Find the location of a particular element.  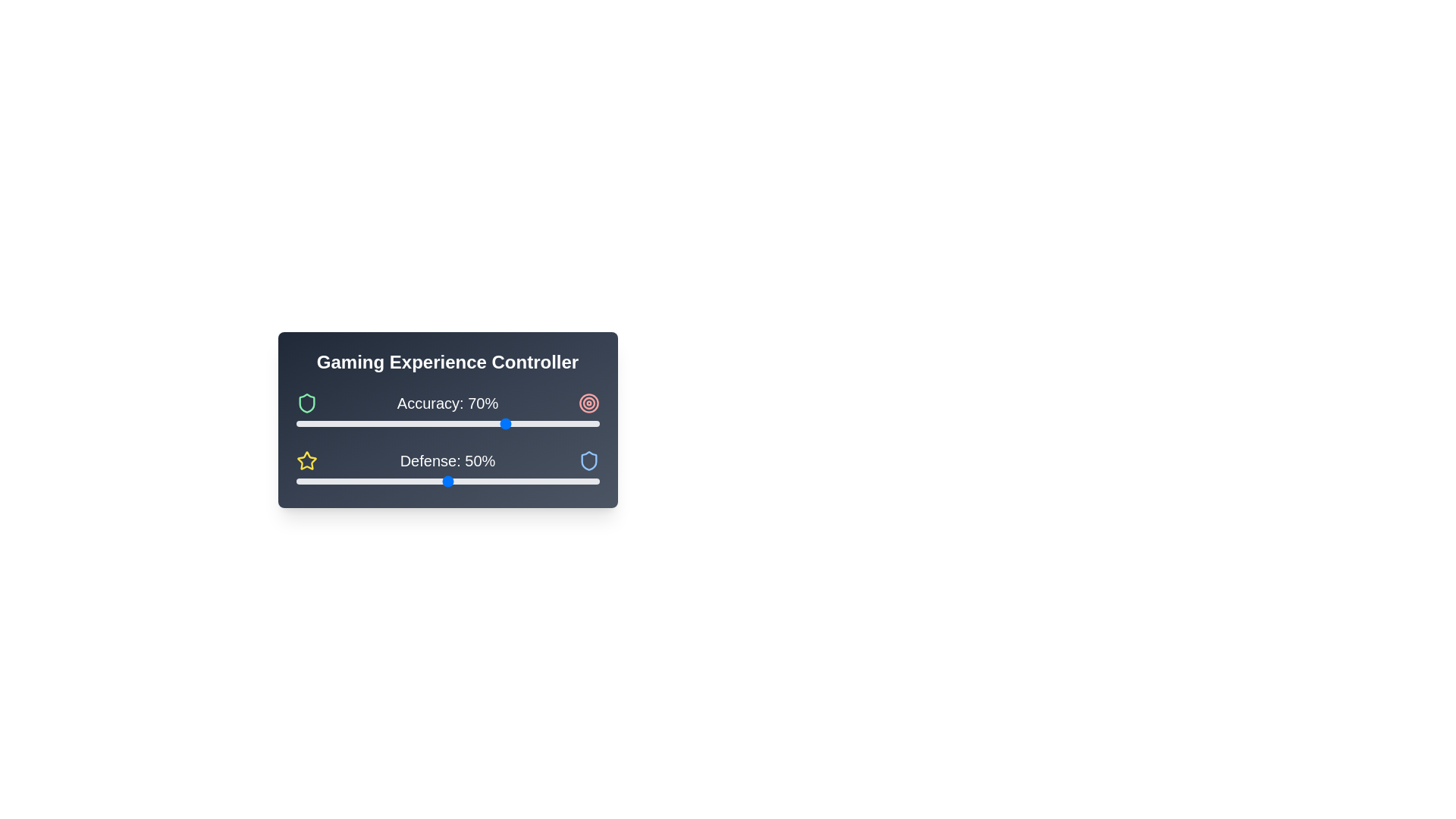

the 'Defense' slider to set its value to 41% by dragging the slider to the corresponding position is located at coordinates (420, 482).